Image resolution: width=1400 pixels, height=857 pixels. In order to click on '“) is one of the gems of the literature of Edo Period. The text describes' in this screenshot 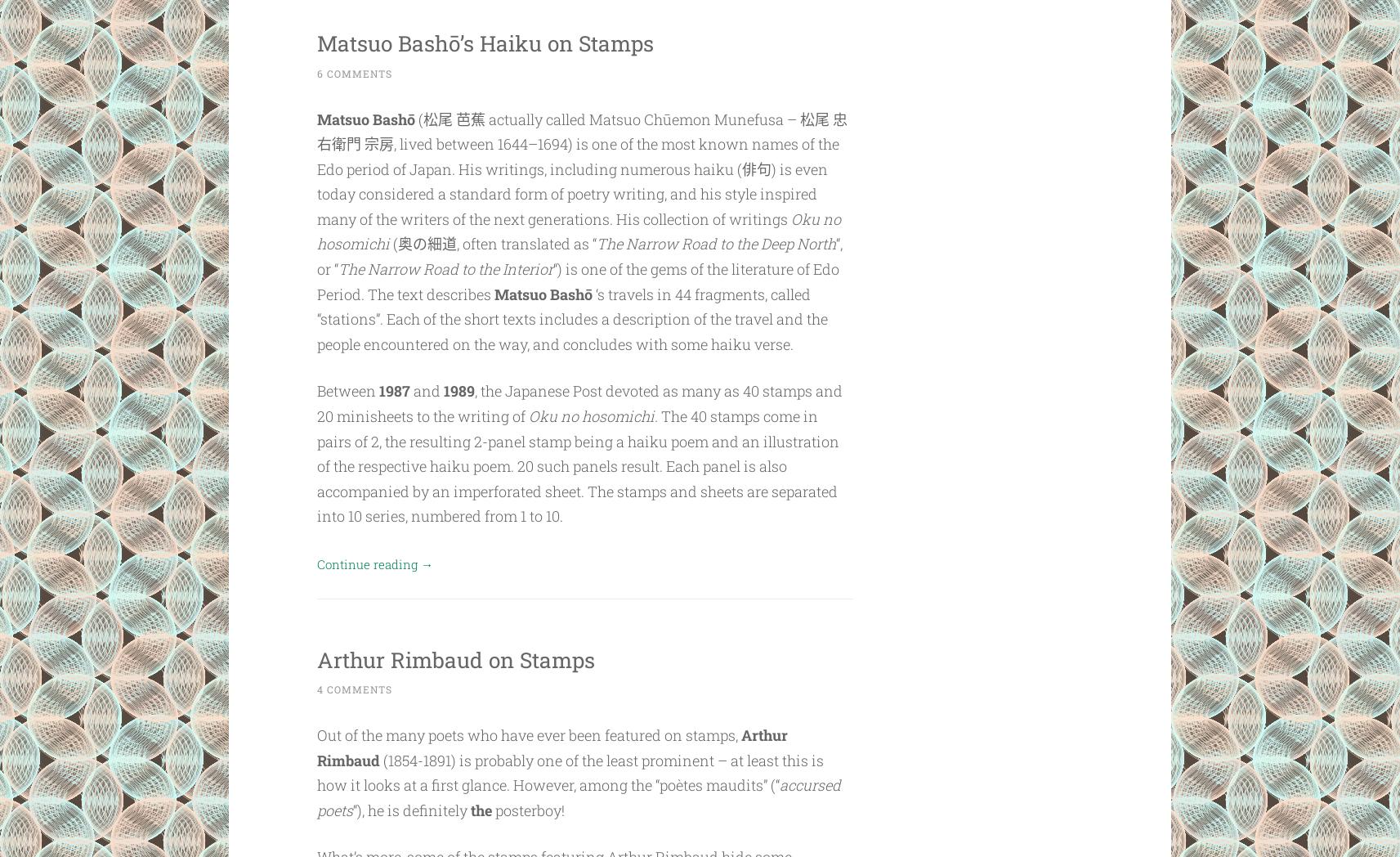, I will do `click(577, 280)`.